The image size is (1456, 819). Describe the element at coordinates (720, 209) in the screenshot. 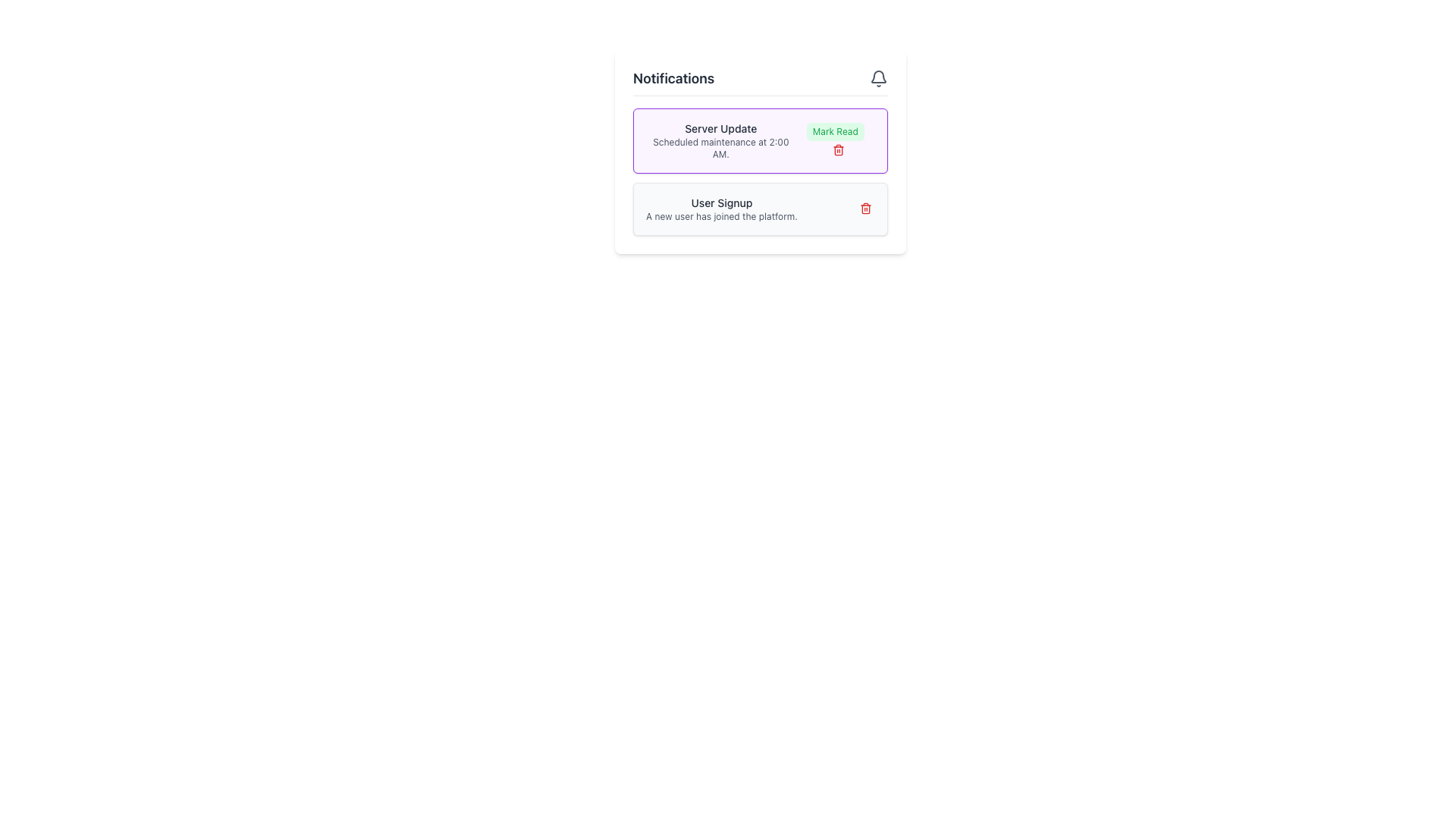

I see `the second notification in the notifications card that provides information about a user signup event, positioned below 'Server Update' and above the trash icon` at that location.